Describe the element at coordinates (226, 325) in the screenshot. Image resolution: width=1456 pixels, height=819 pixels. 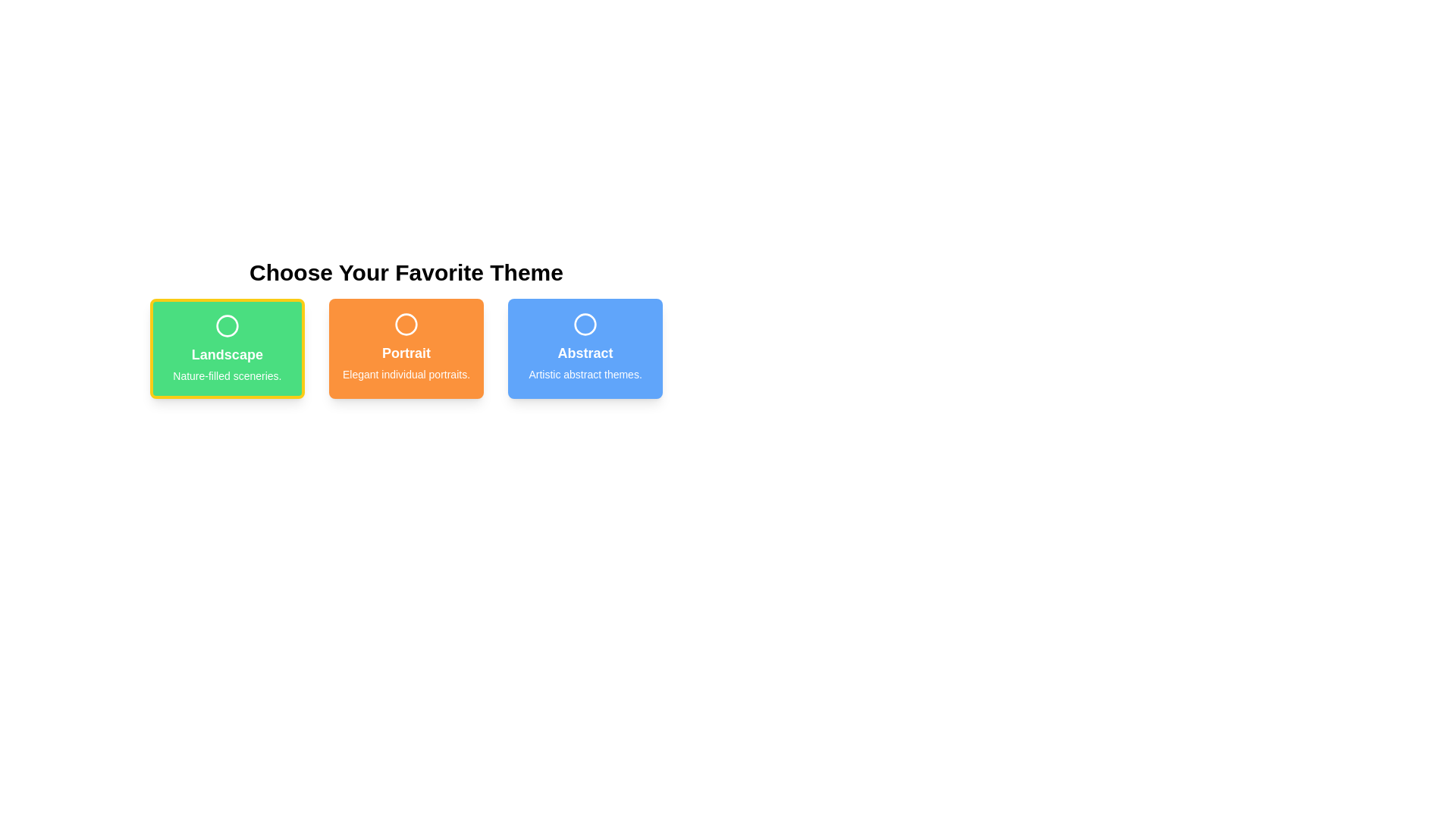
I see `the circular icon that signifies selection or association with the 'Landscape' option, located within the card labeled 'Landscape' on the leftmost side among a set of three horizontally aligned cards` at that location.